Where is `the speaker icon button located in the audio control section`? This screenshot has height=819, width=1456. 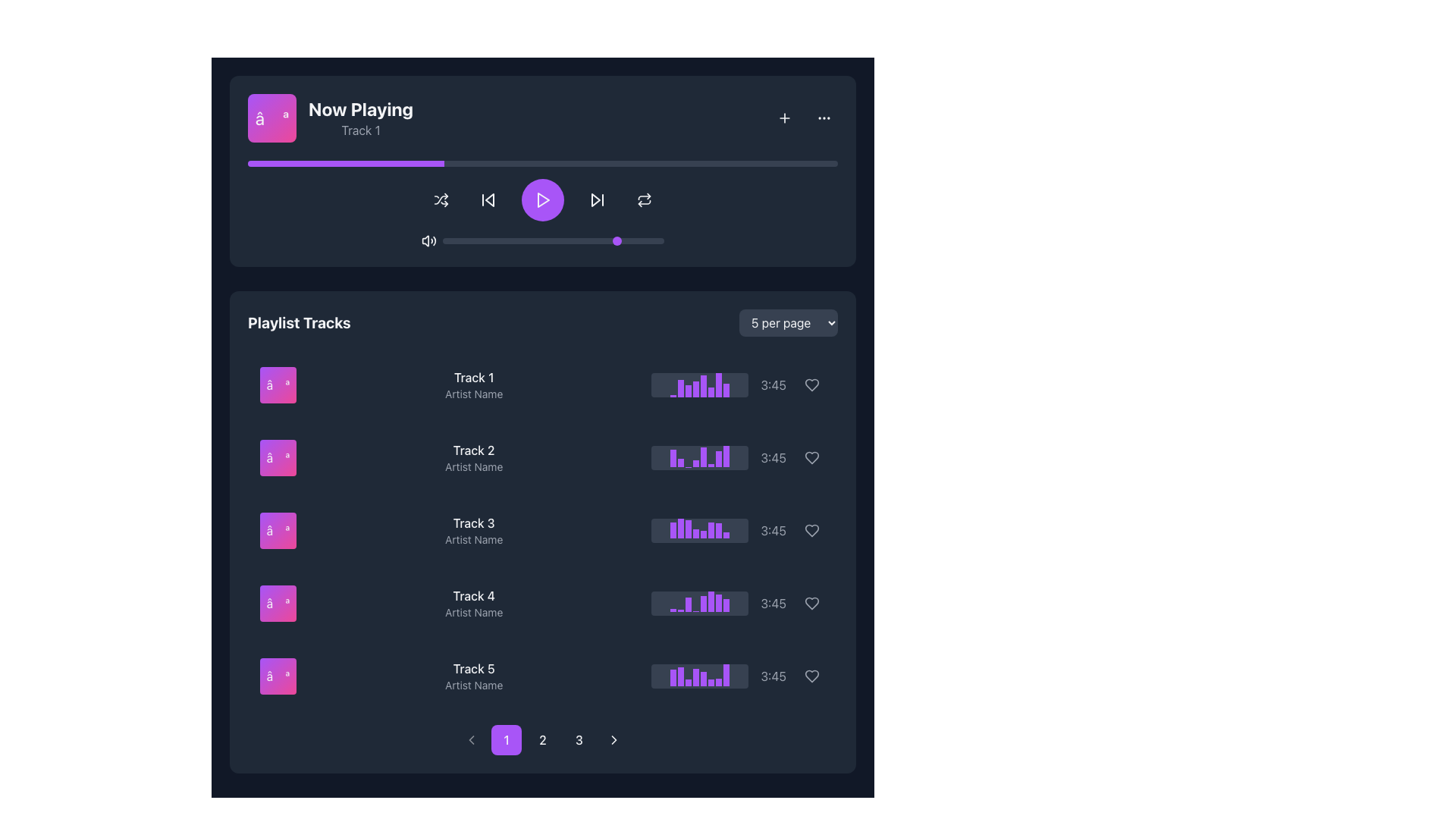 the speaker icon button located in the audio control section is located at coordinates (428, 240).